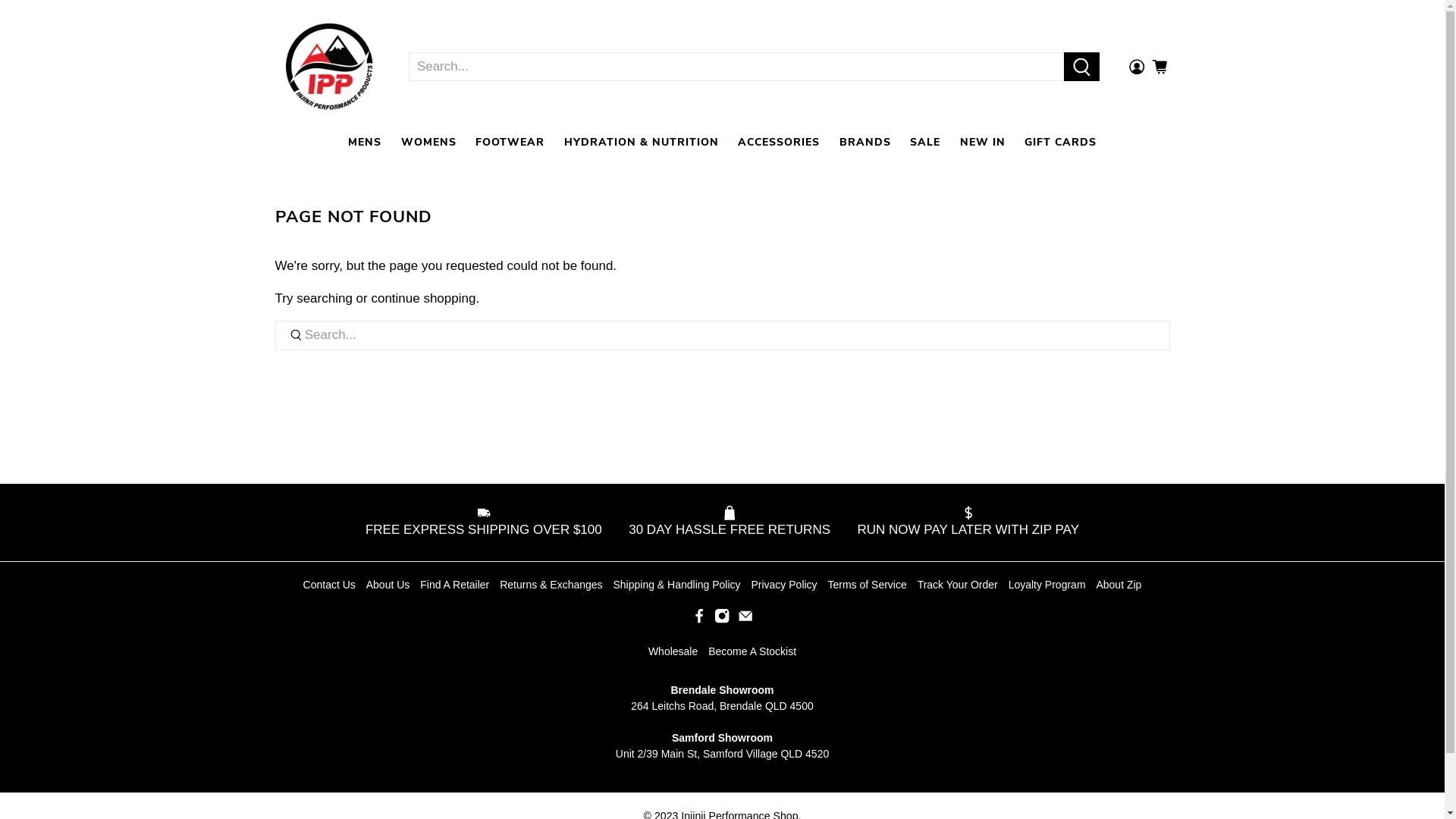 Image resolution: width=1456 pixels, height=819 pixels. Describe the element at coordinates (428, 142) in the screenshot. I see `'WOMENS'` at that location.